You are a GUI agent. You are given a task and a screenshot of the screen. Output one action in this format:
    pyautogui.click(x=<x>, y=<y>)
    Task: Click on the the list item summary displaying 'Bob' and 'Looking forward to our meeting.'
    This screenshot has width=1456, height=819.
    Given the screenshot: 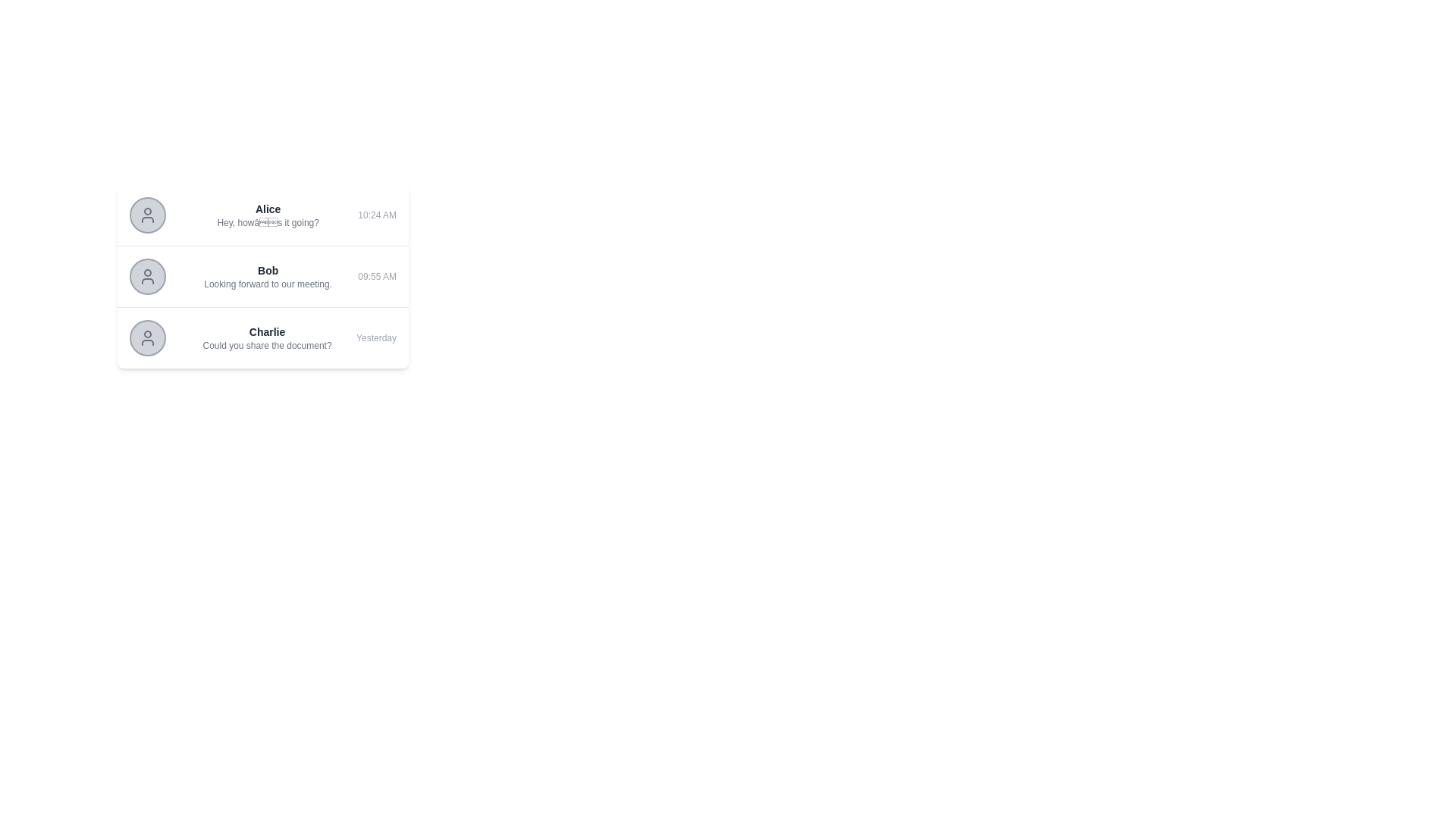 What is the action you would take?
    pyautogui.click(x=268, y=277)
    